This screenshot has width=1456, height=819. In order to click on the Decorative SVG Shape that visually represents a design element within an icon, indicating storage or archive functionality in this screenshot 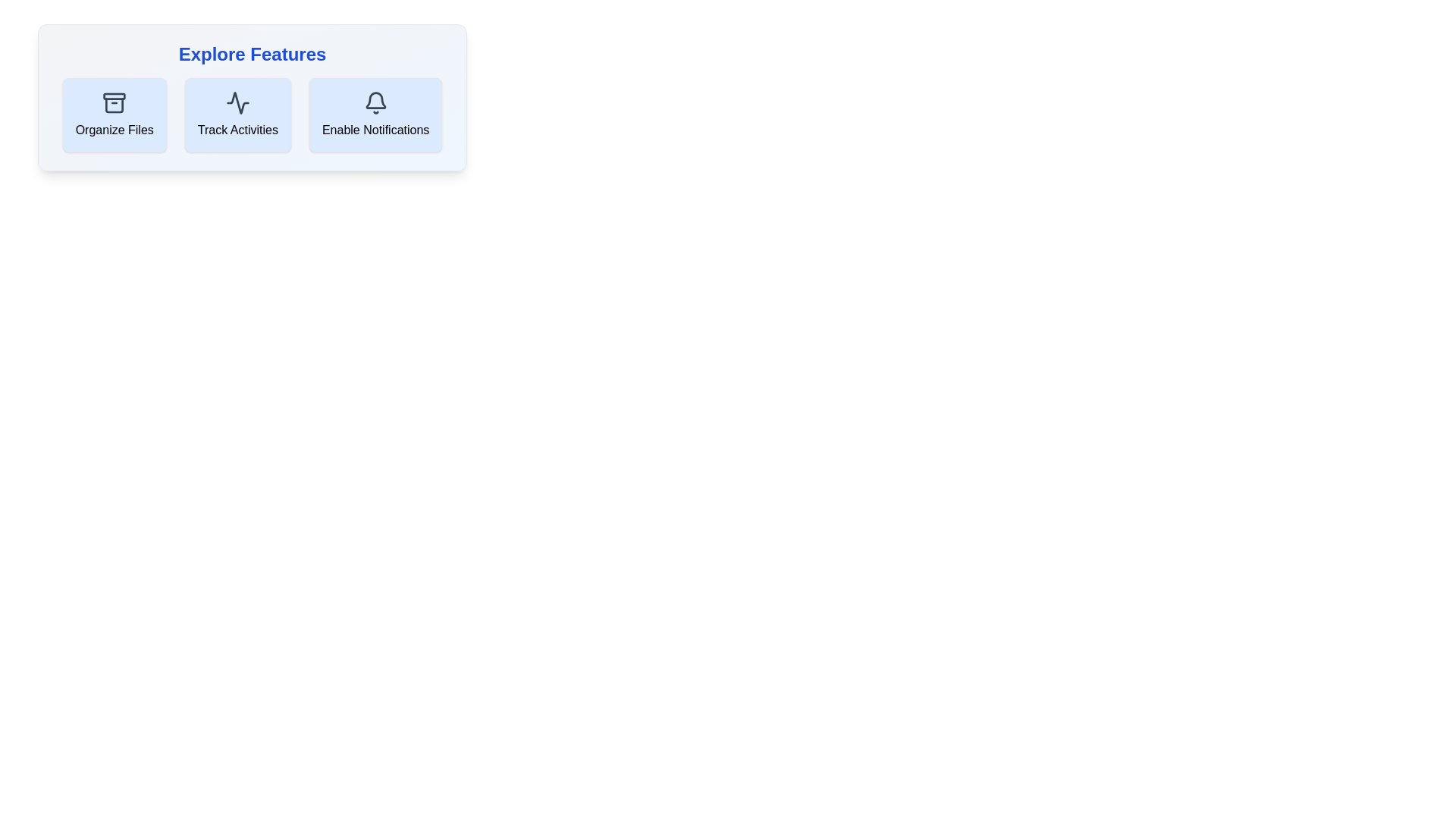, I will do `click(114, 96)`.